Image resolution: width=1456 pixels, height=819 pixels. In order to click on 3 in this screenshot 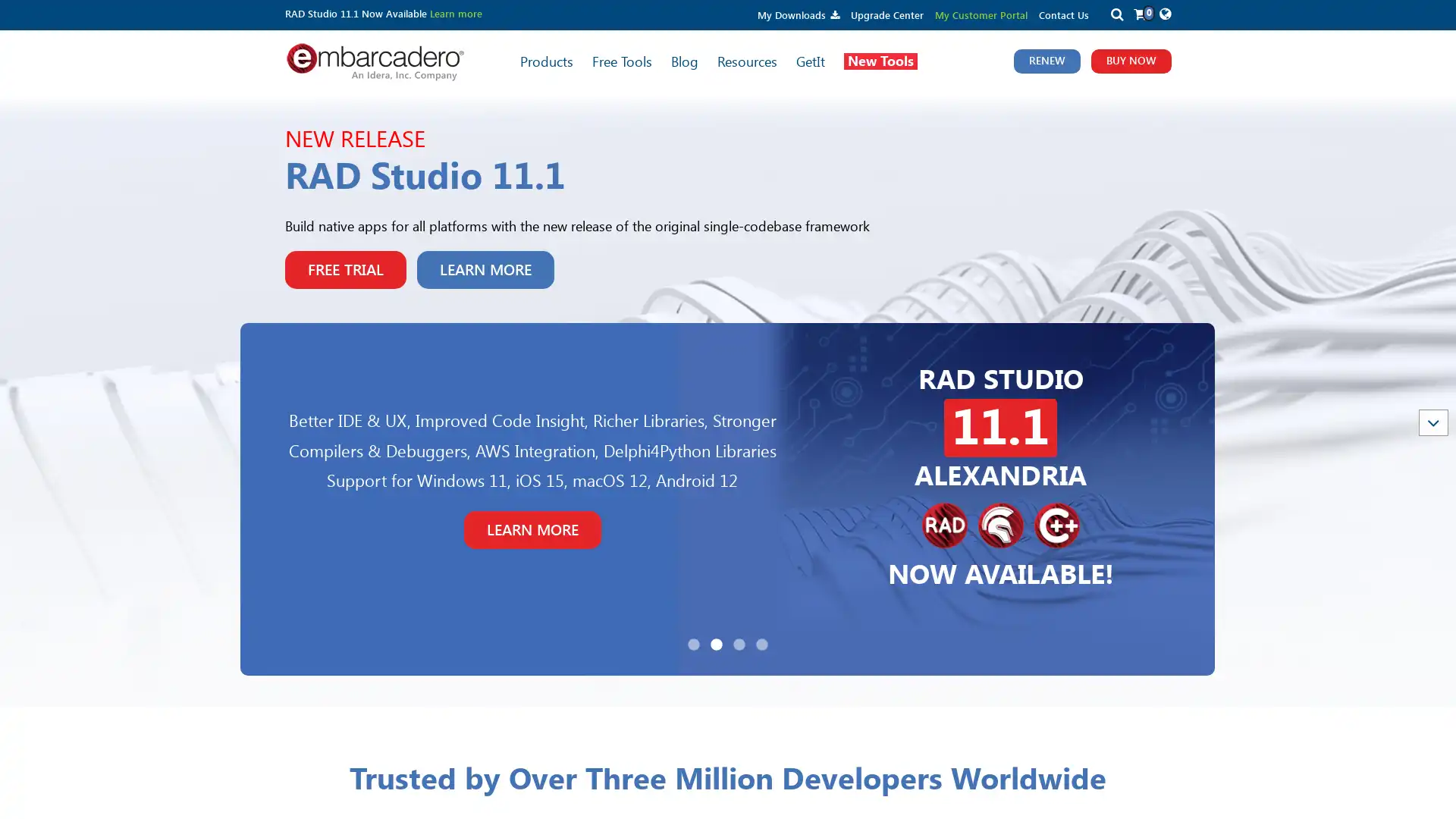, I will do `click(739, 644)`.